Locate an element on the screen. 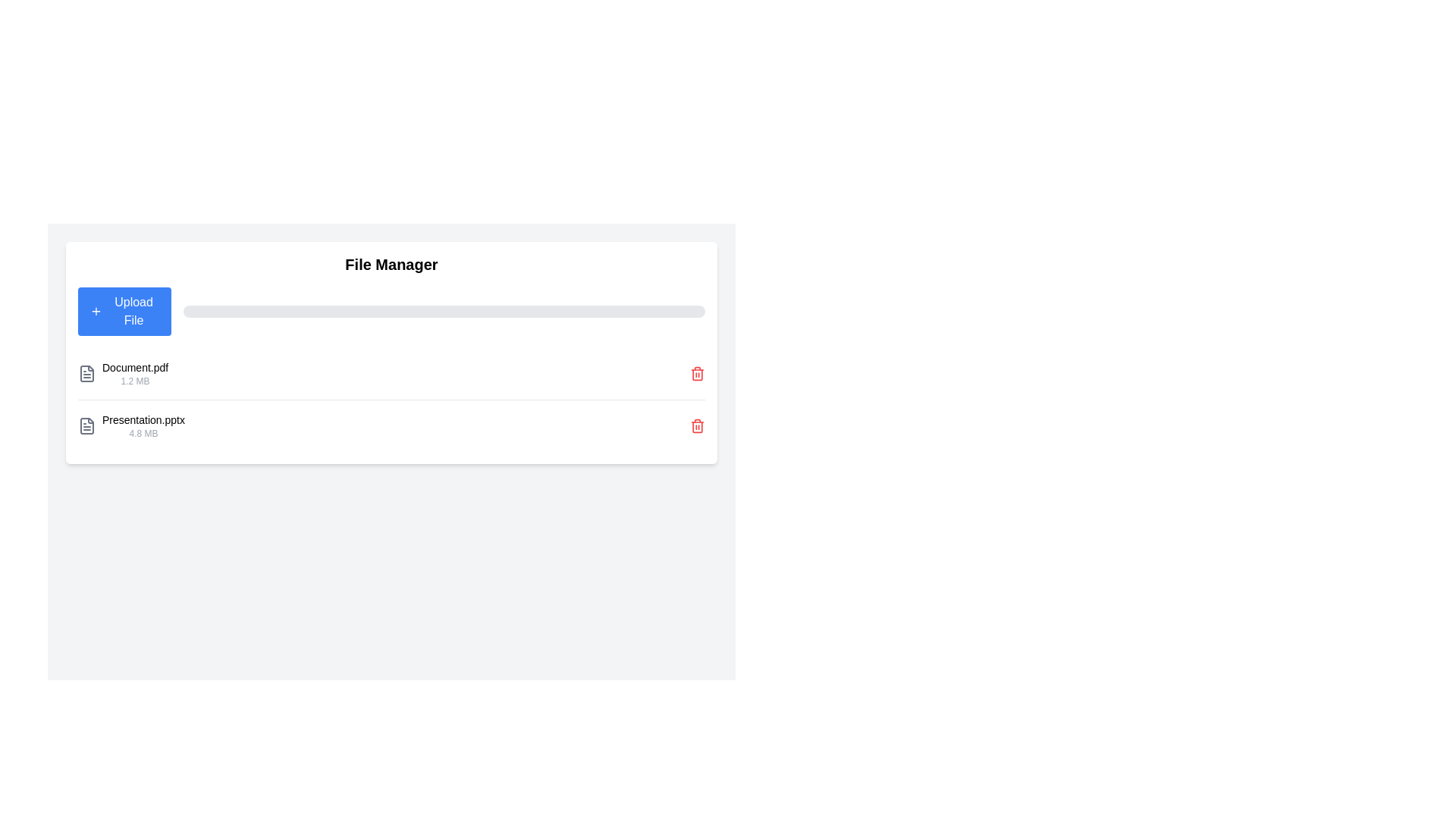  the file display component labeled 'Document.pdf' is located at coordinates (123, 374).